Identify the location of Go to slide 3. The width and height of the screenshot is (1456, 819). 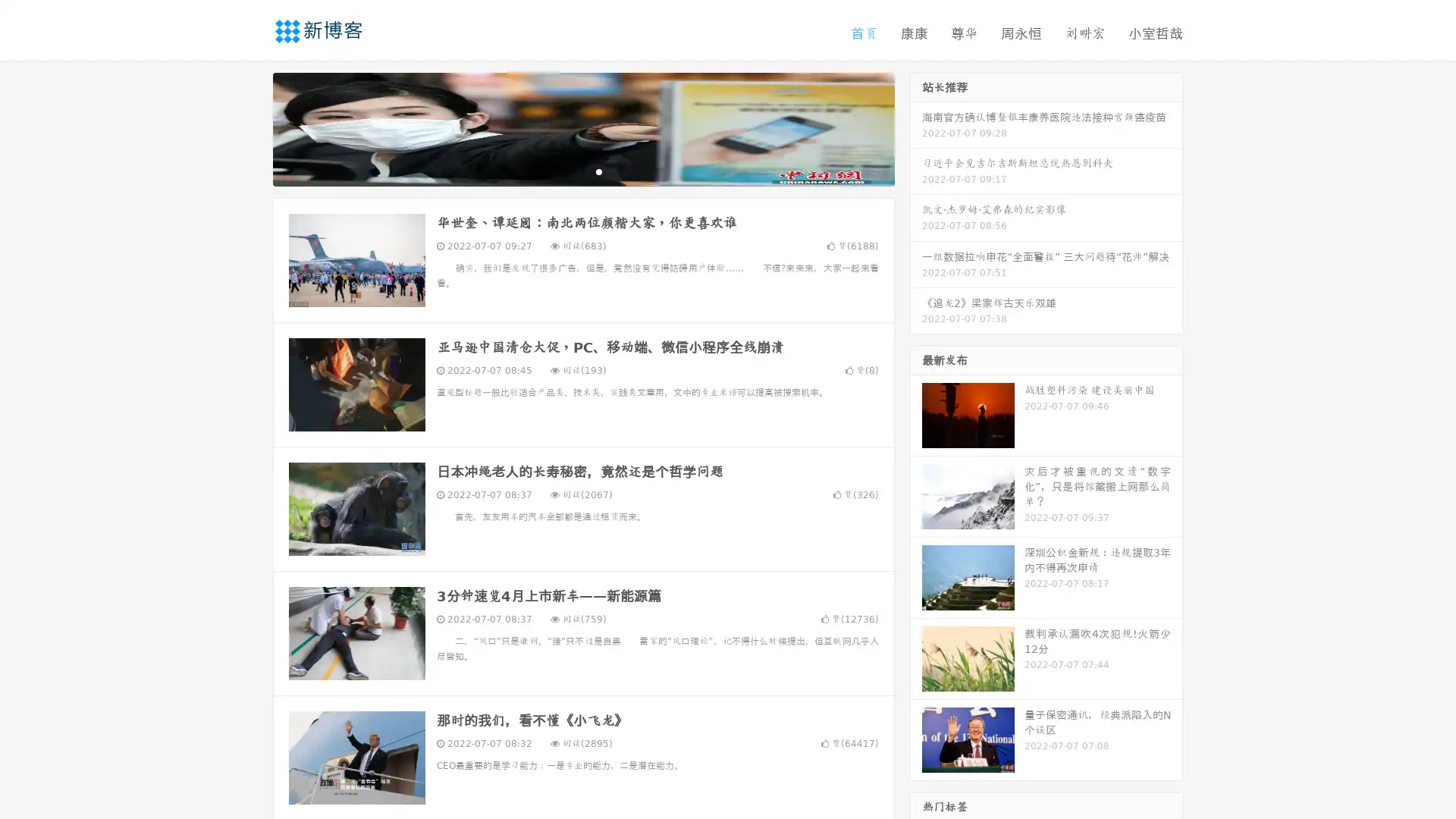
(598, 171).